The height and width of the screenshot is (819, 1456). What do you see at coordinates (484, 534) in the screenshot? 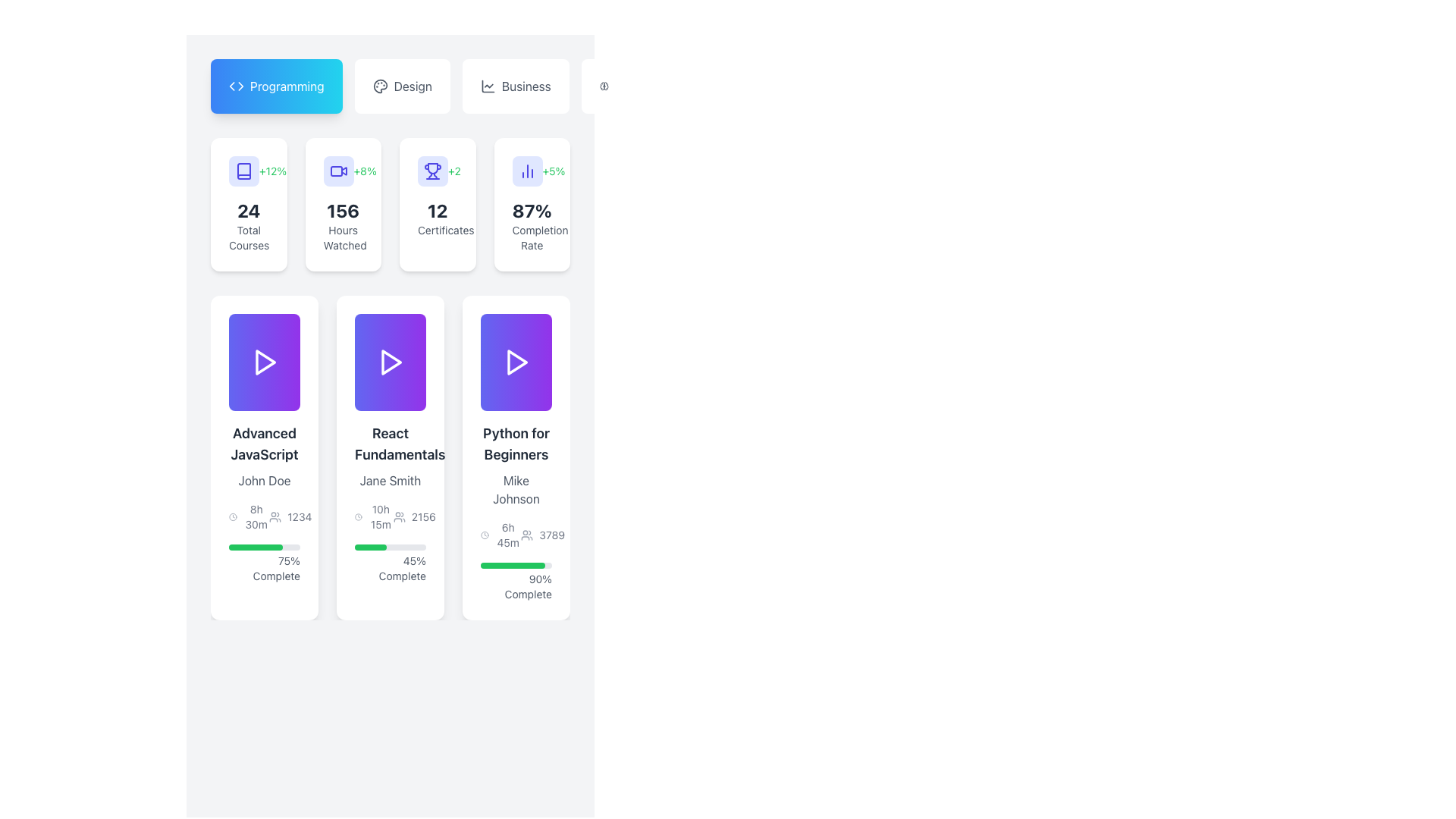
I see `the circular border of the clock icon located in the lower-left corner of the 'Python for Beginners' course card by Mike Johnson` at bounding box center [484, 534].